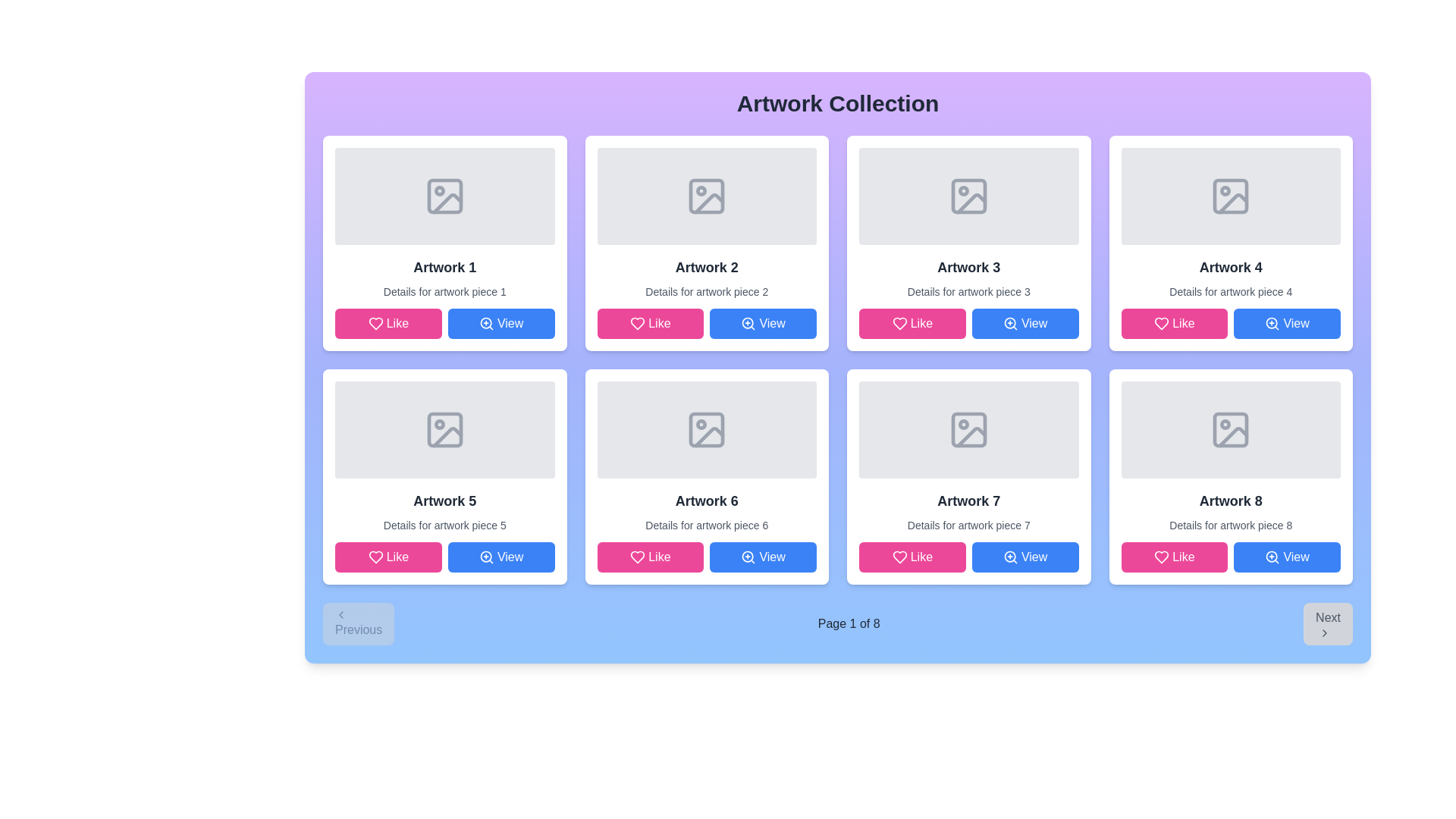 Image resolution: width=1456 pixels, height=819 pixels. What do you see at coordinates (912, 557) in the screenshot?
I see `the 'like' button located to the left of the blue 'View' button in the 'Artwork 7' section to send positive feedback for the associated artwork` at bounding box center [912, 557].